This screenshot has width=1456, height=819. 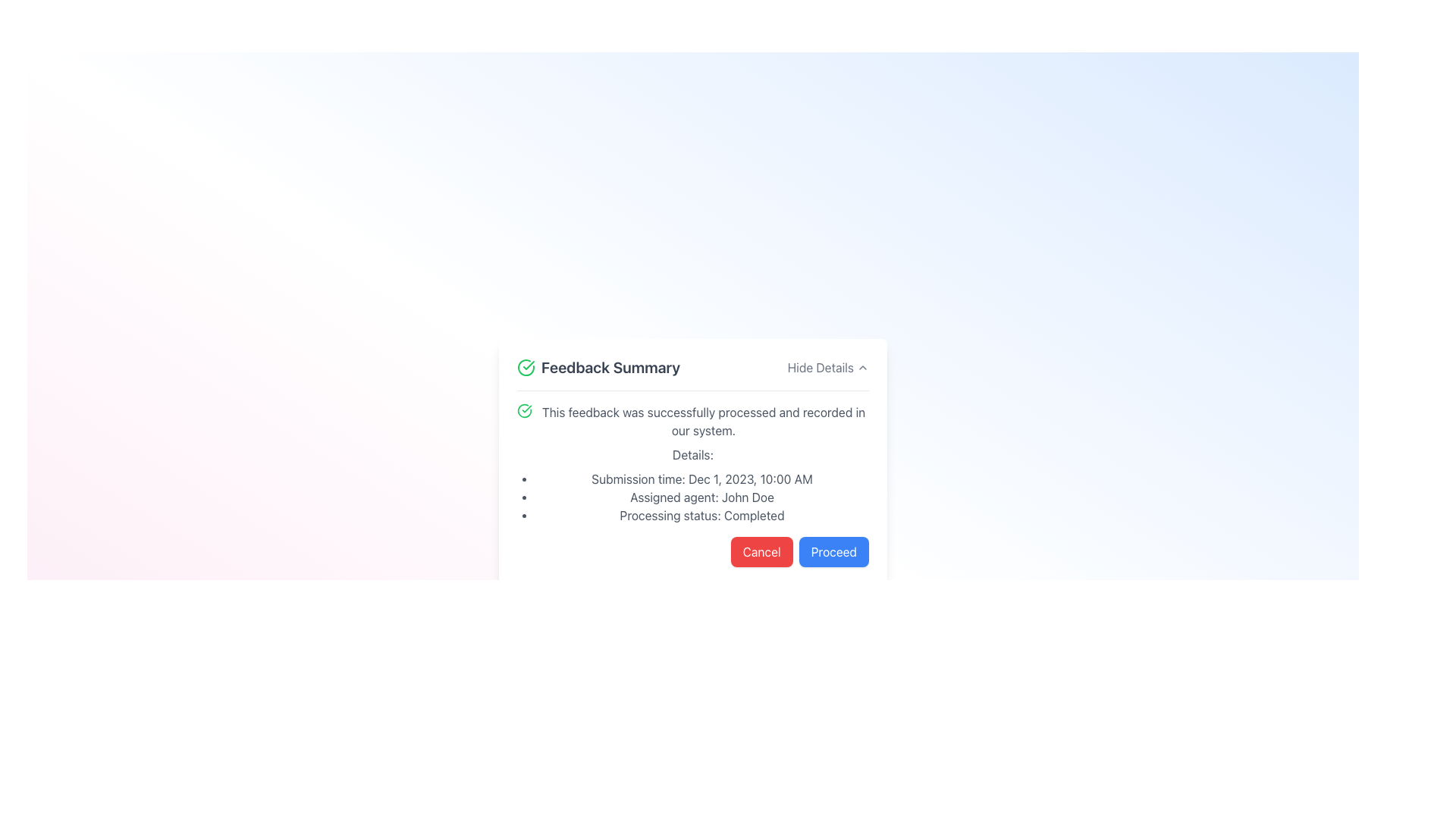 What do you see at coordinates (610, 367) in the screenshot?
I see `the Text Label that summarizes the feedback information, located to the right of a green checkmark icon in the header of the summary section` at bounding box center [610, 367].